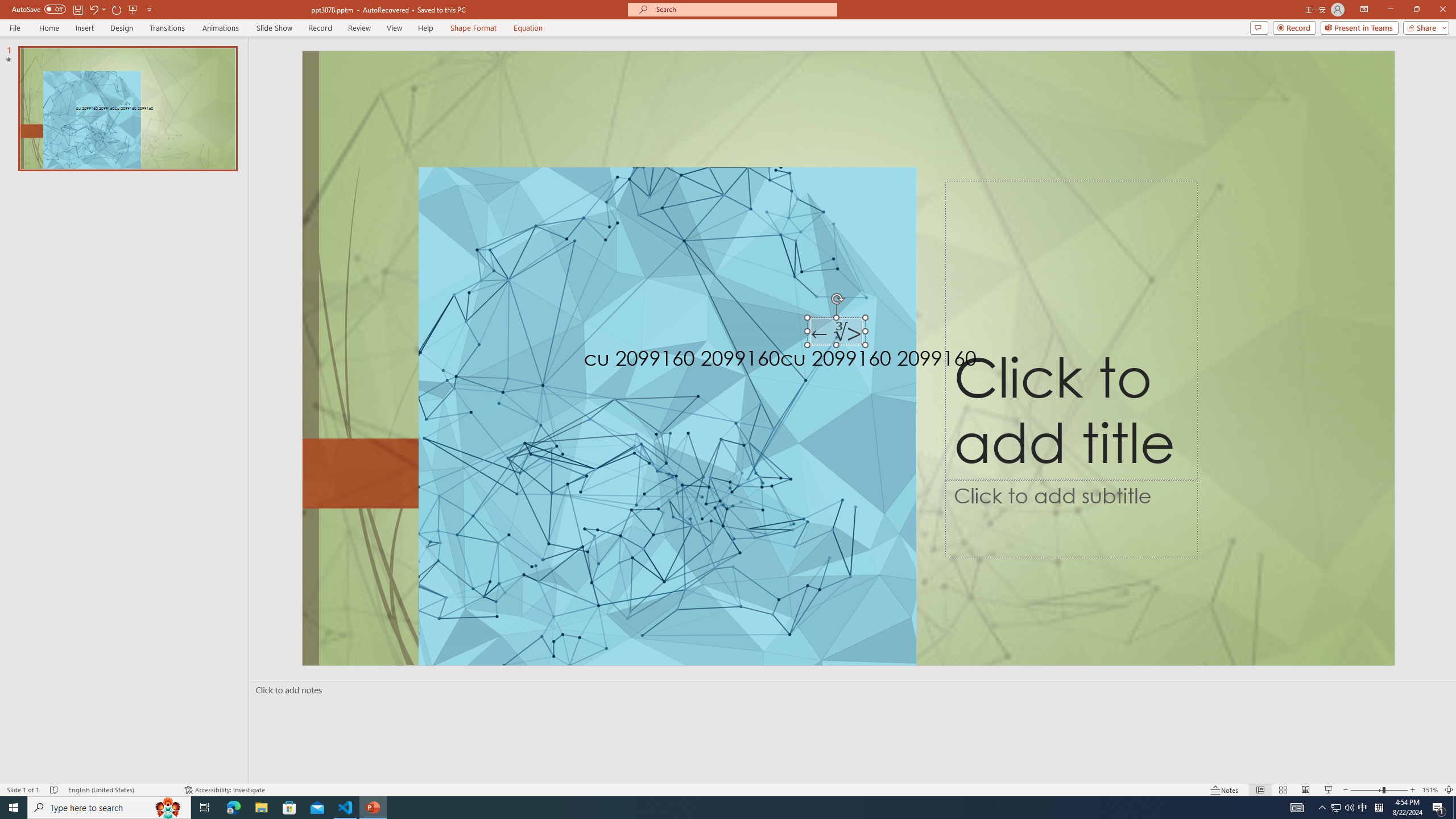  Describe the element at coordinates (1430, 790) in the screenshot. I see `'Zoom 151%'` at that location.